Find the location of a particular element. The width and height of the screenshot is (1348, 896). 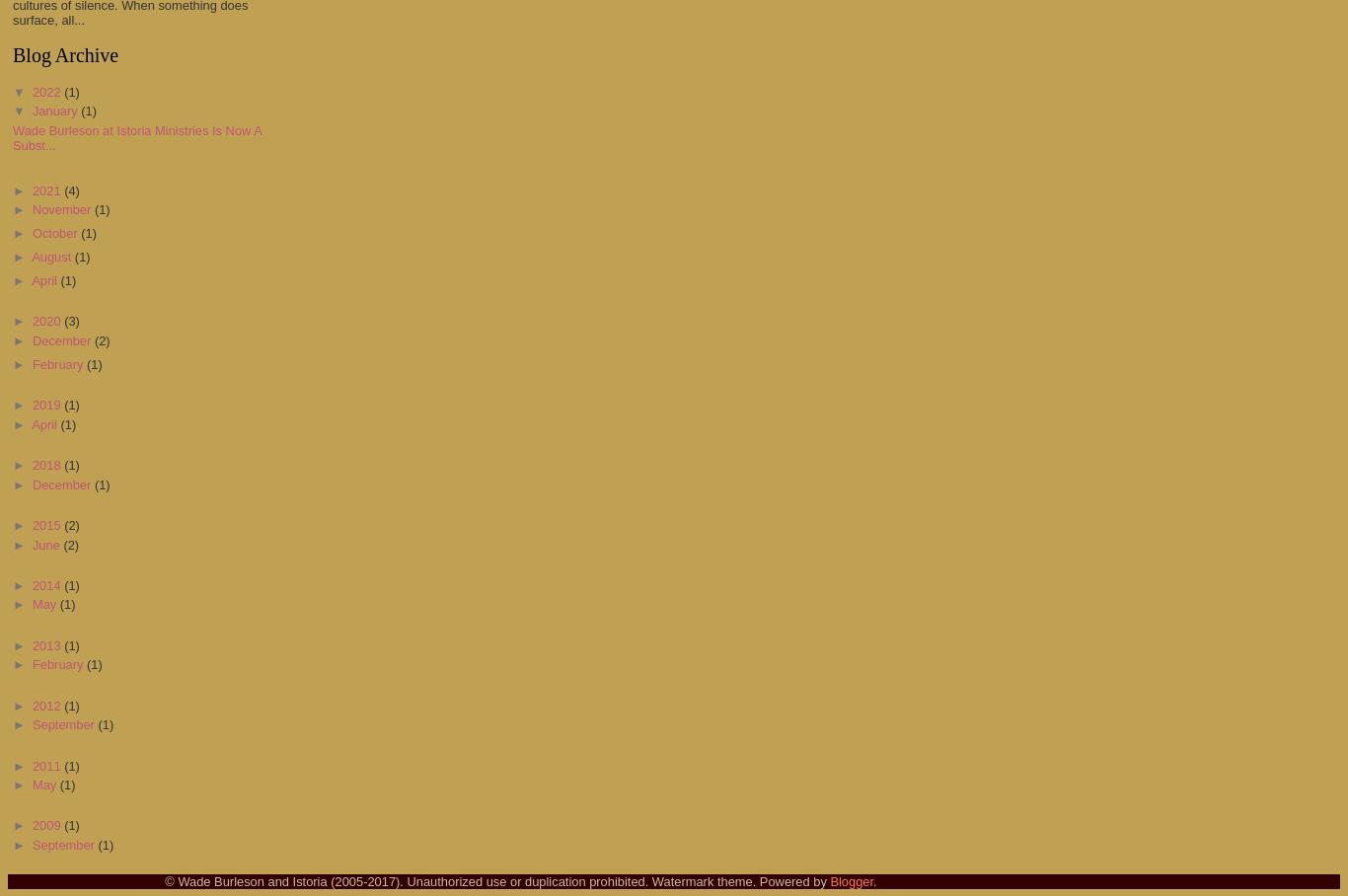

'Blog Archive' is located at coordinates (12, 55).